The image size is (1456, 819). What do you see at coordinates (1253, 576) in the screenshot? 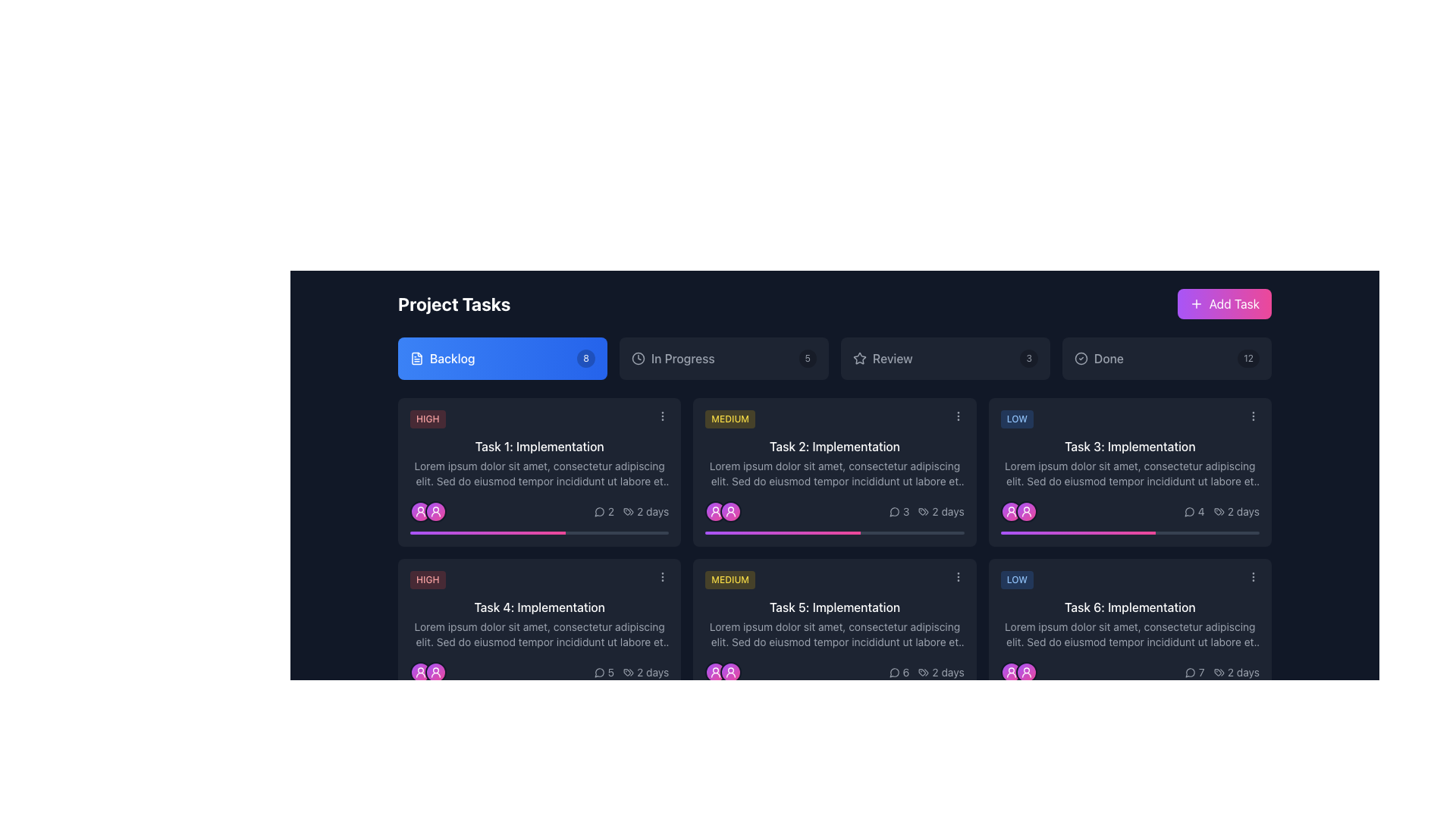
I see `the vertical ellipsis icon button located in the top-right corner of the 'Task 3: Implementation' card within the 'Done' section` at bounding box center [1253, 576].